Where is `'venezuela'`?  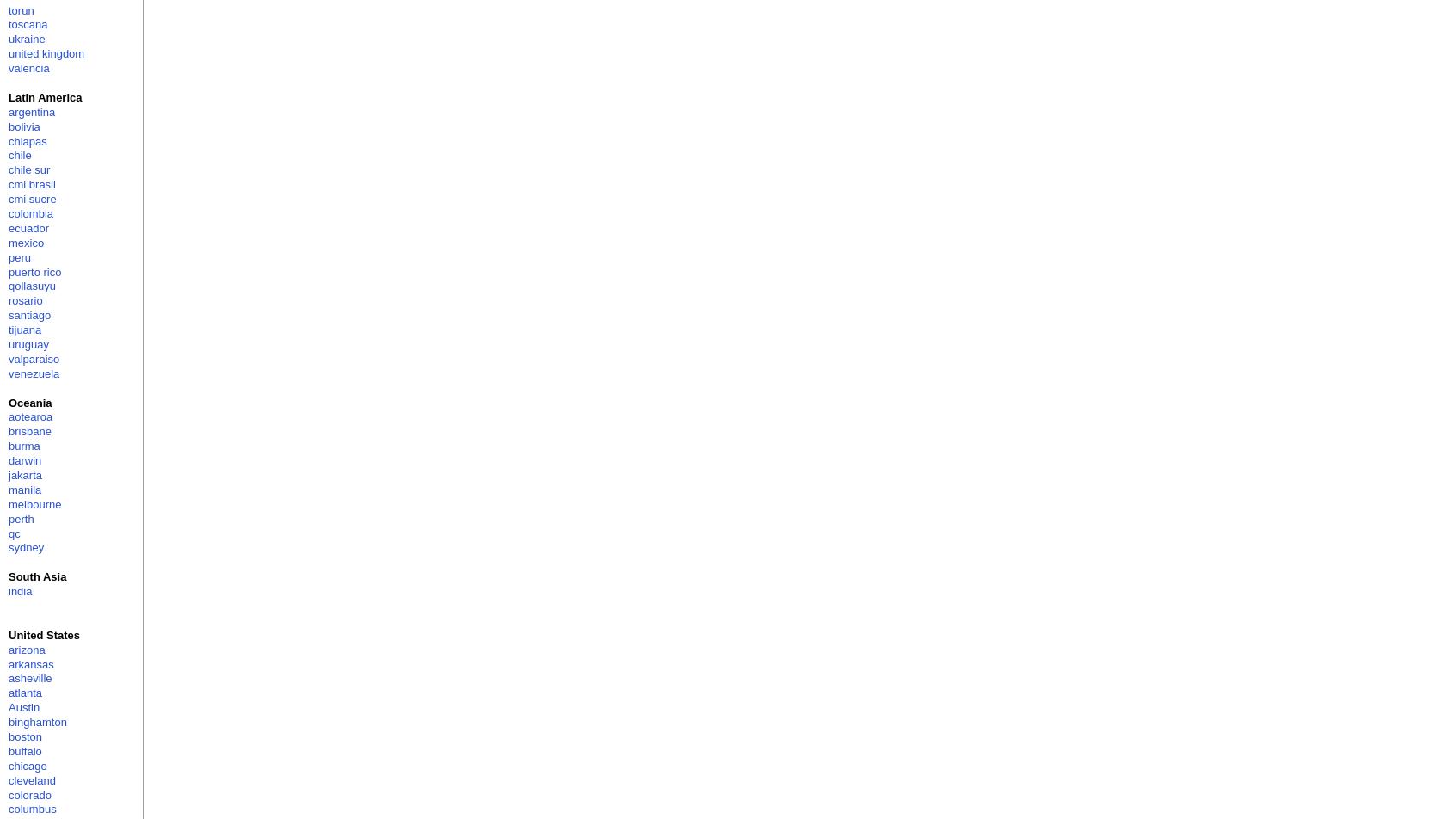
'venezuela' is located at coordinates (7, 373).